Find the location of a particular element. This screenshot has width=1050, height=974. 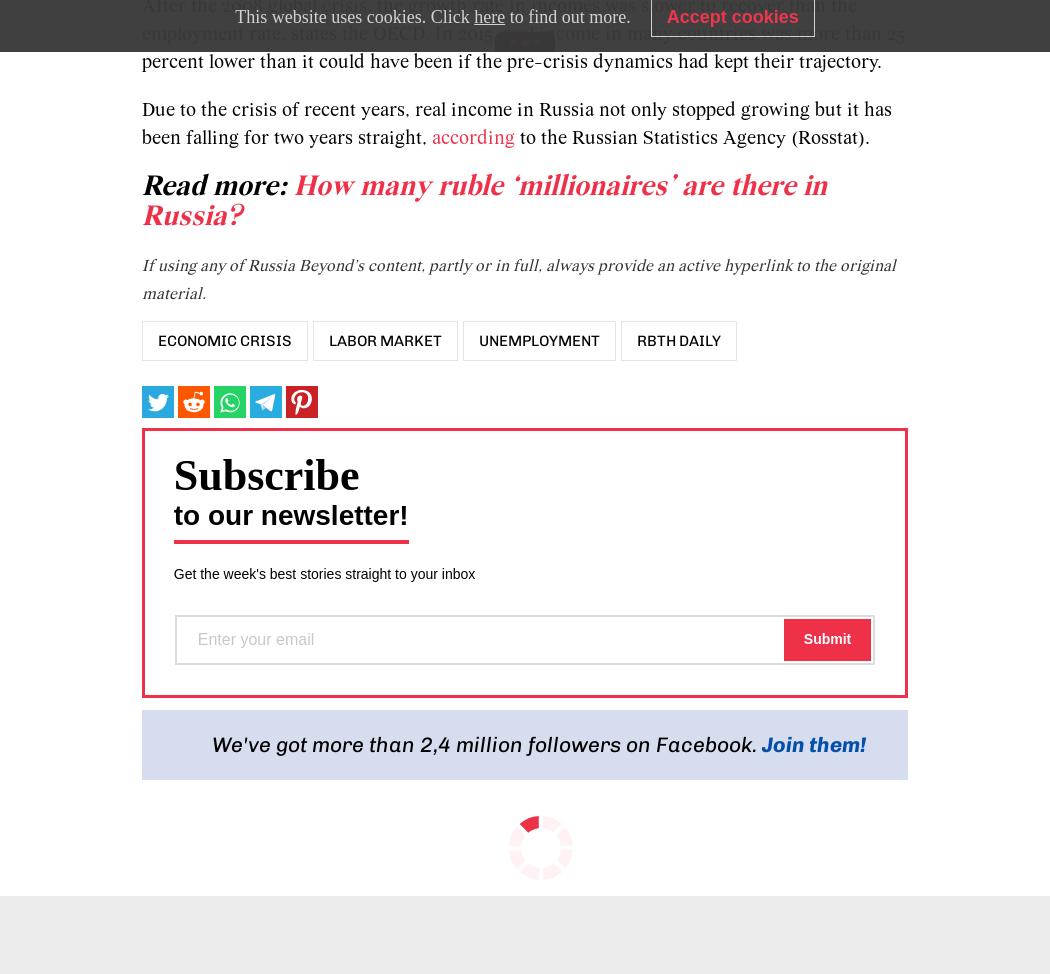

'labor market' is located at coordinates (384, 340).